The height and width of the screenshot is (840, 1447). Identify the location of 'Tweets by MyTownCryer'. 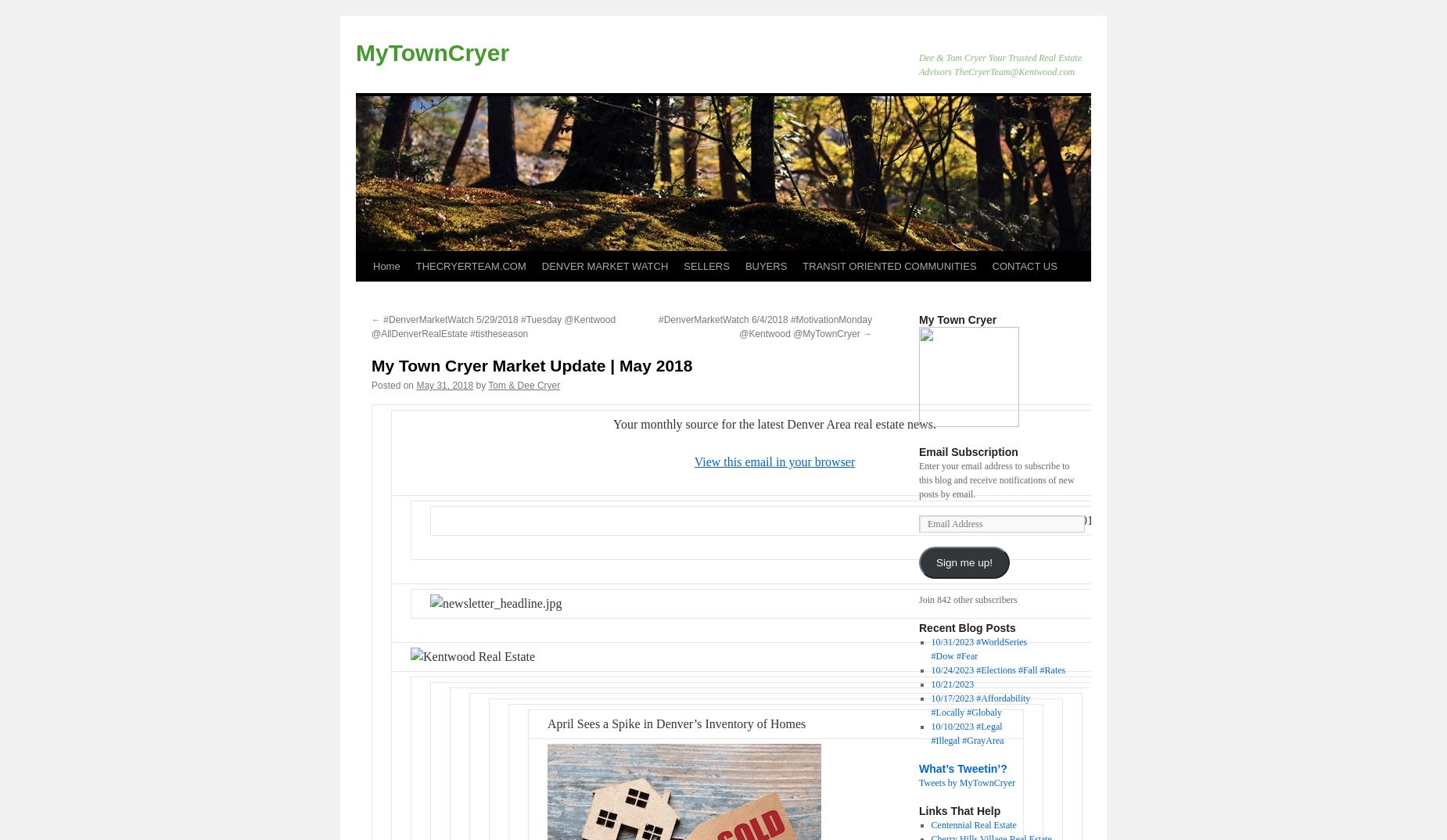
(965, 781).